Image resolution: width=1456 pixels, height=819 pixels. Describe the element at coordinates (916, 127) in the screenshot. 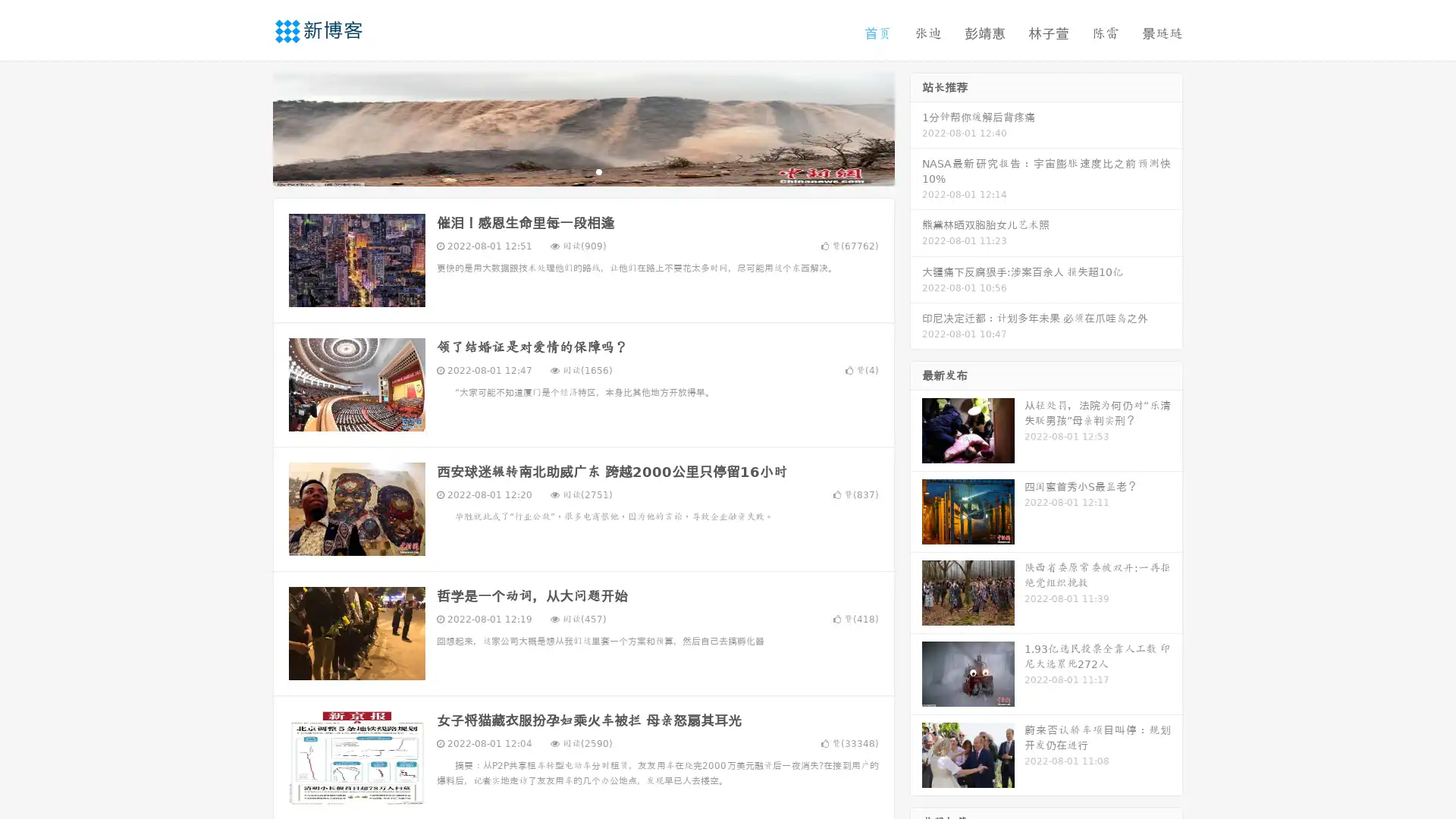

I see `Next slide` at that location.